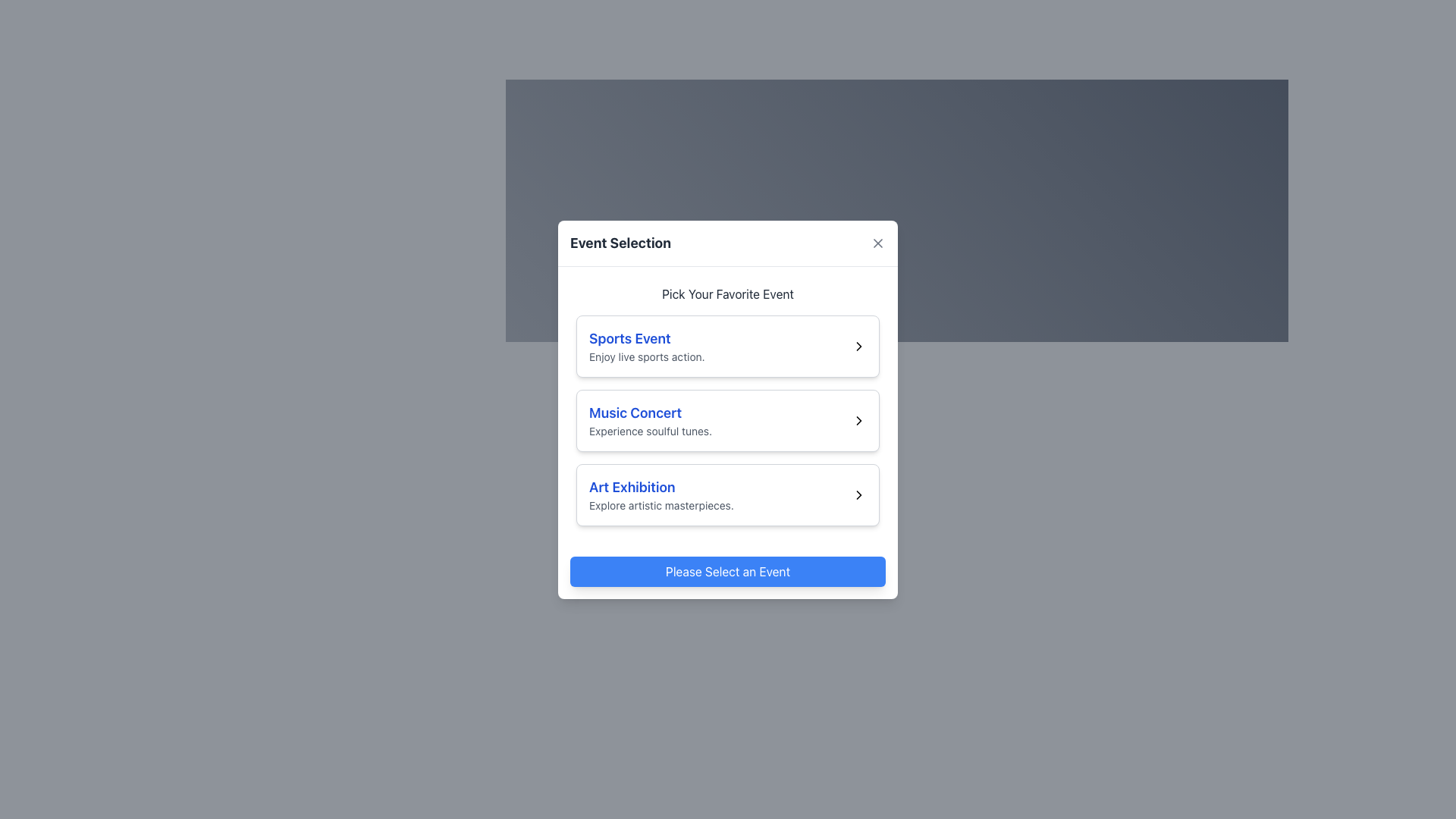 This screenshot has width=1456, height=819. What do you see at coordinates (858, 346) in the screenshot?
I see `the Chevron Icon that serves as an indicator for accessing details about 'Sports Event', which is positioned next to the 'Sports Event' text in the upper section of the interface` at bounding box center [858, 346].